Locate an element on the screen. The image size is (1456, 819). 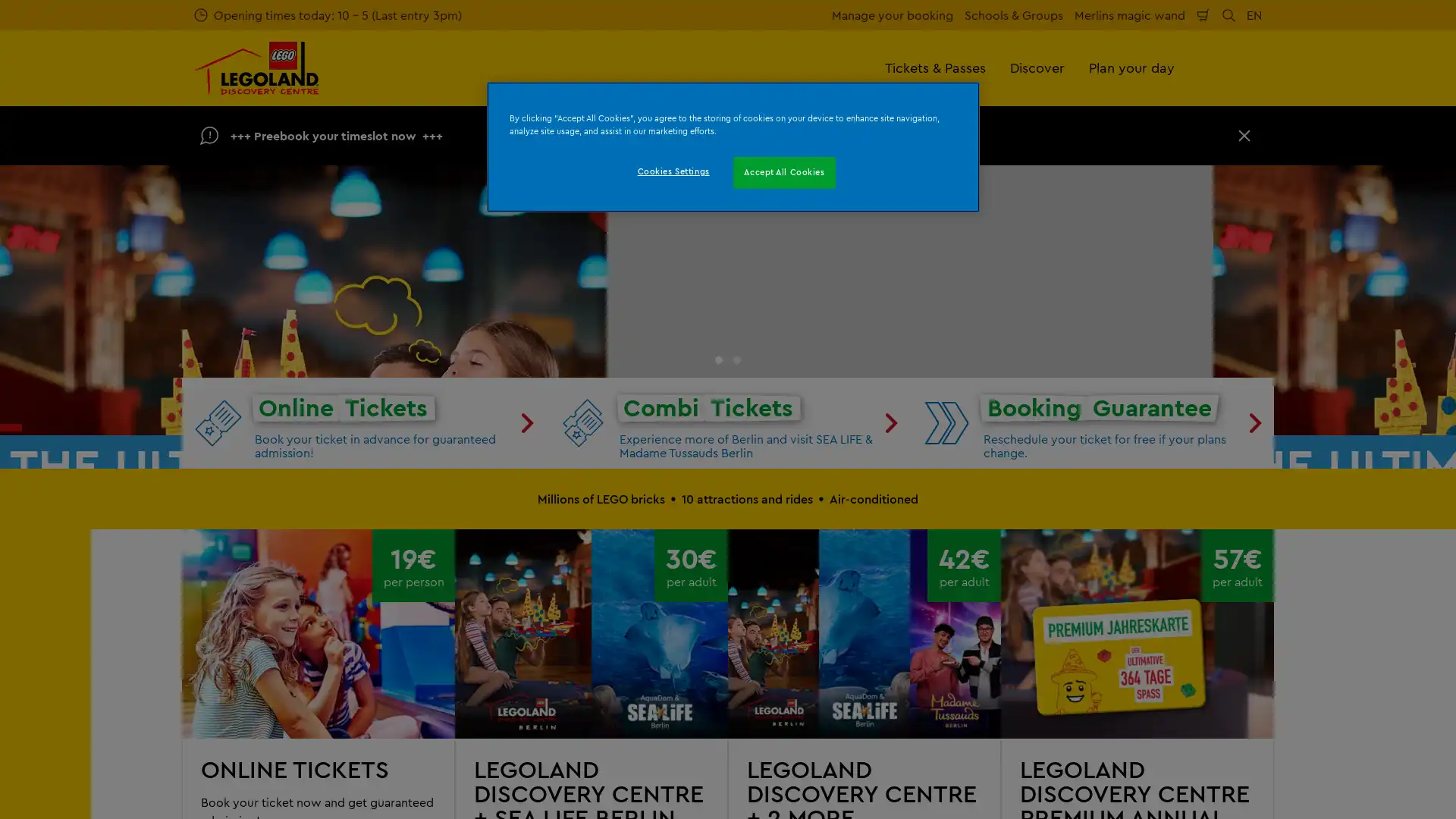
Discover is located at coordinates (1037, 67).